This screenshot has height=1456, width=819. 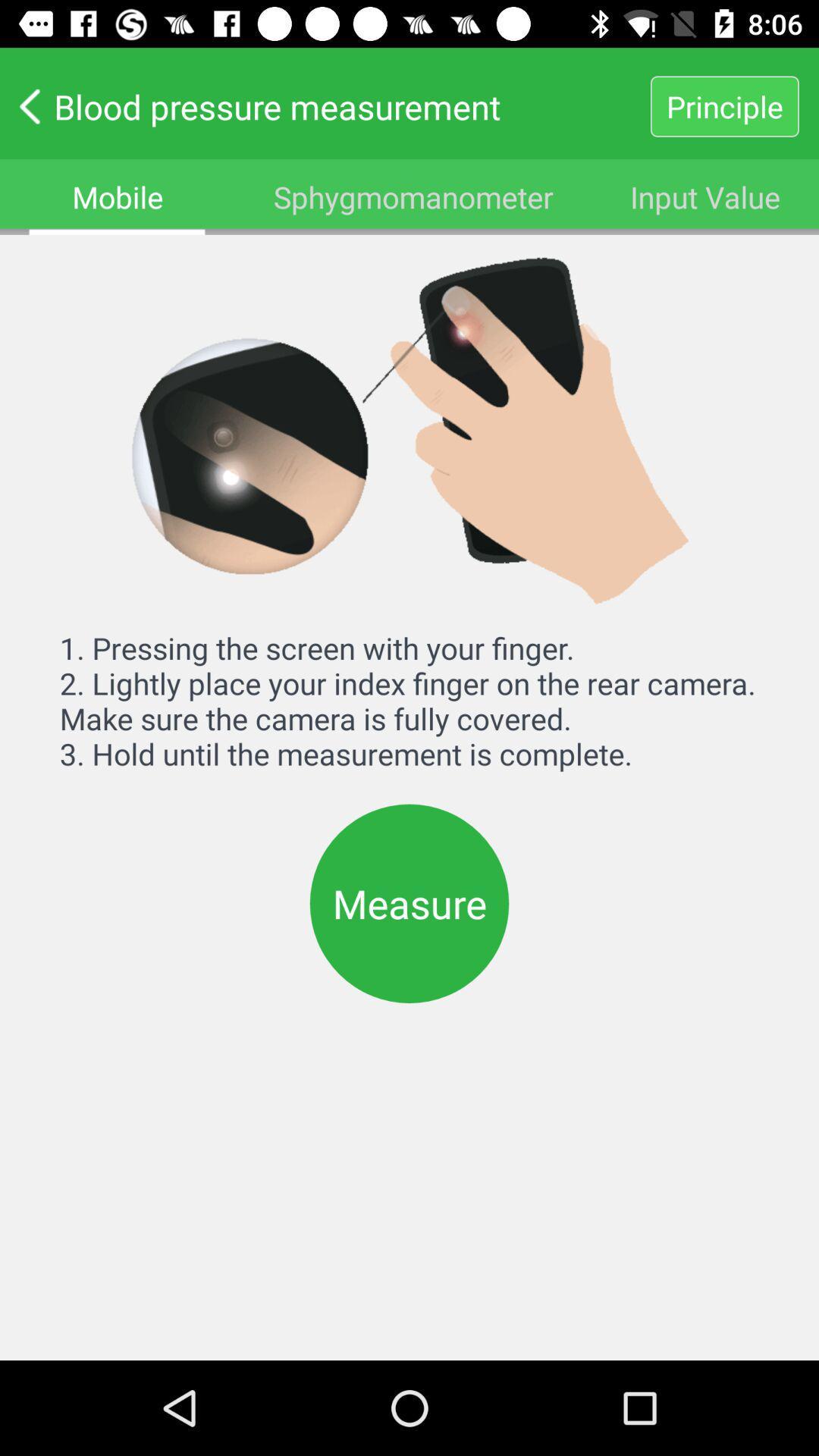 I want to click on icon to the right of the sphygmomanometer icon, so click(x=705, y=196).